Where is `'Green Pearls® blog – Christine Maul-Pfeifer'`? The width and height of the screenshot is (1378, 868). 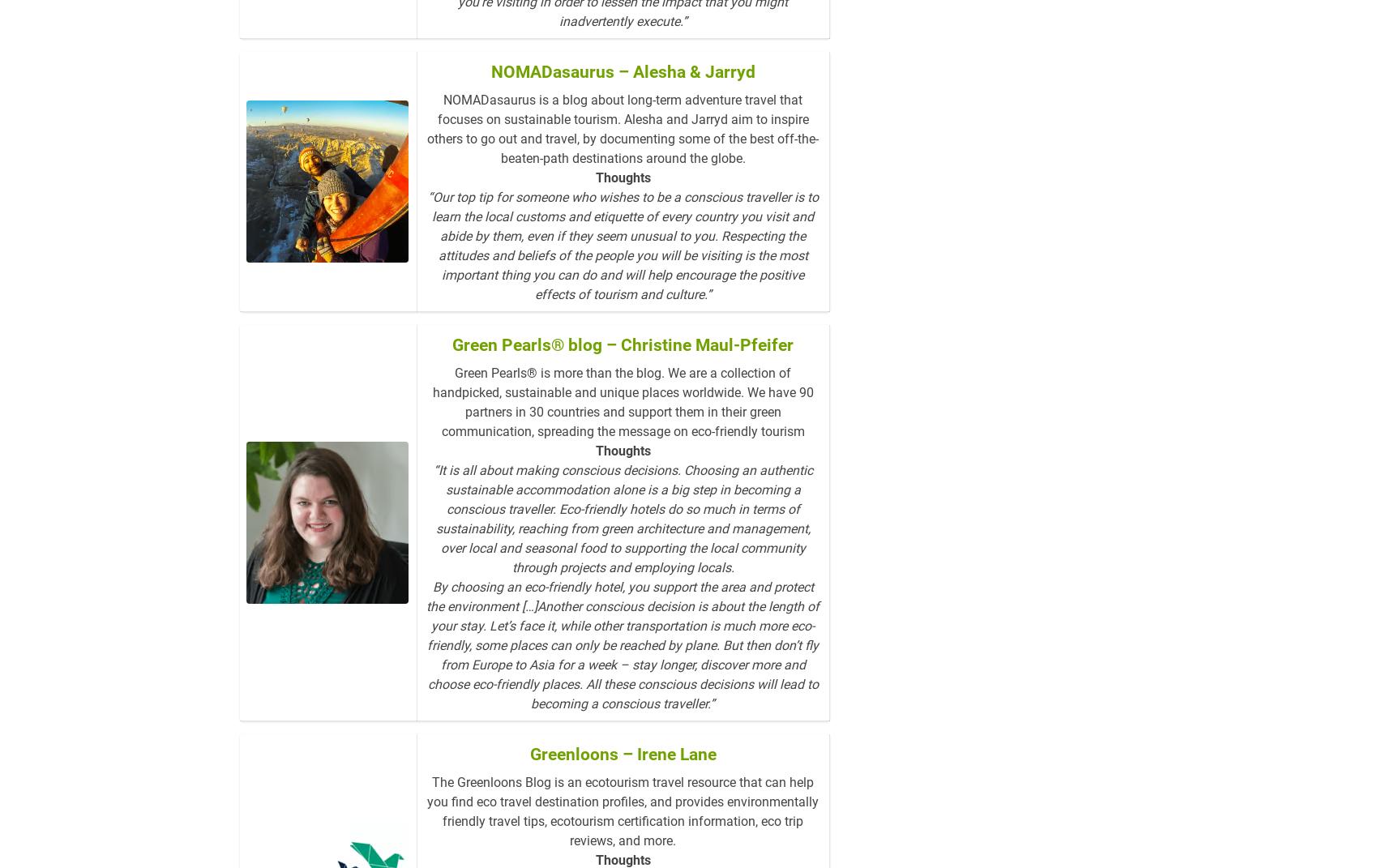
'Green Pearls® blog – Christine Maul-Pfeifer' is located at coordinates (622, 344).